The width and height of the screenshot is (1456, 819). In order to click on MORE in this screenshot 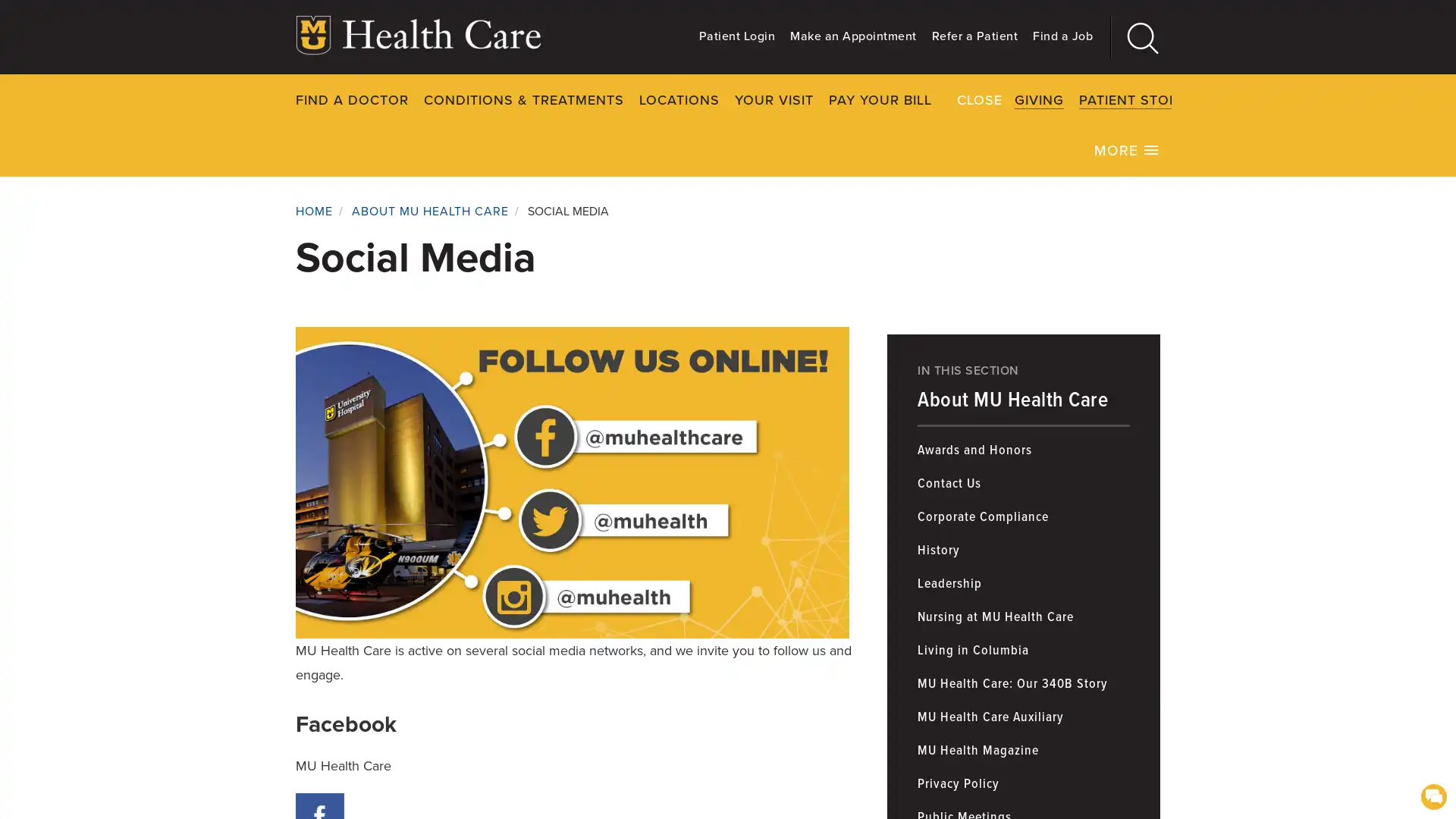, I will do `click(1127, 149)`.